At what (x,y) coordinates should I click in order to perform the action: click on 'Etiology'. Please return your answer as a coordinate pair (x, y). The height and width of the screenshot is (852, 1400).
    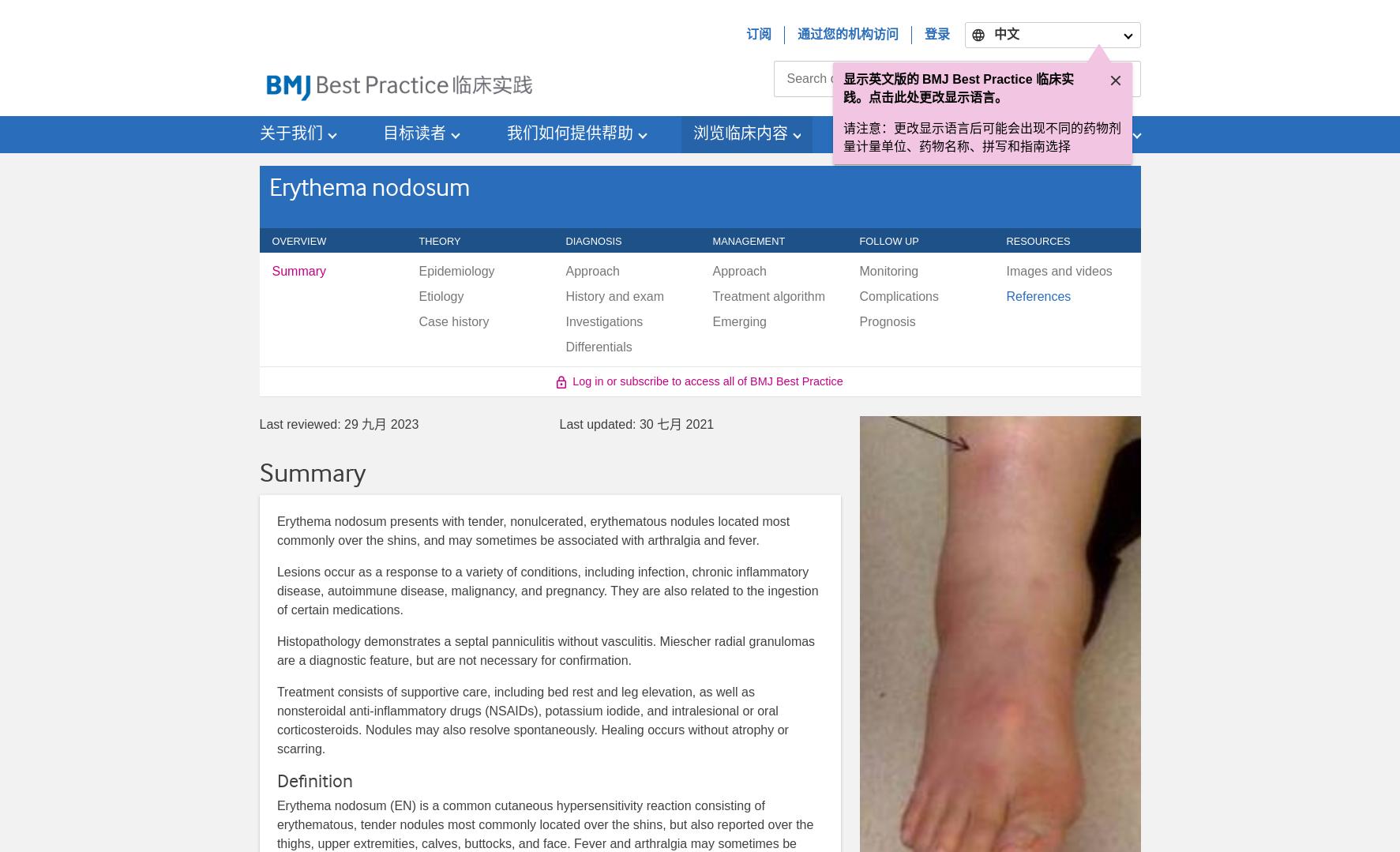
    Looking at the image, I should click on (441, 295).